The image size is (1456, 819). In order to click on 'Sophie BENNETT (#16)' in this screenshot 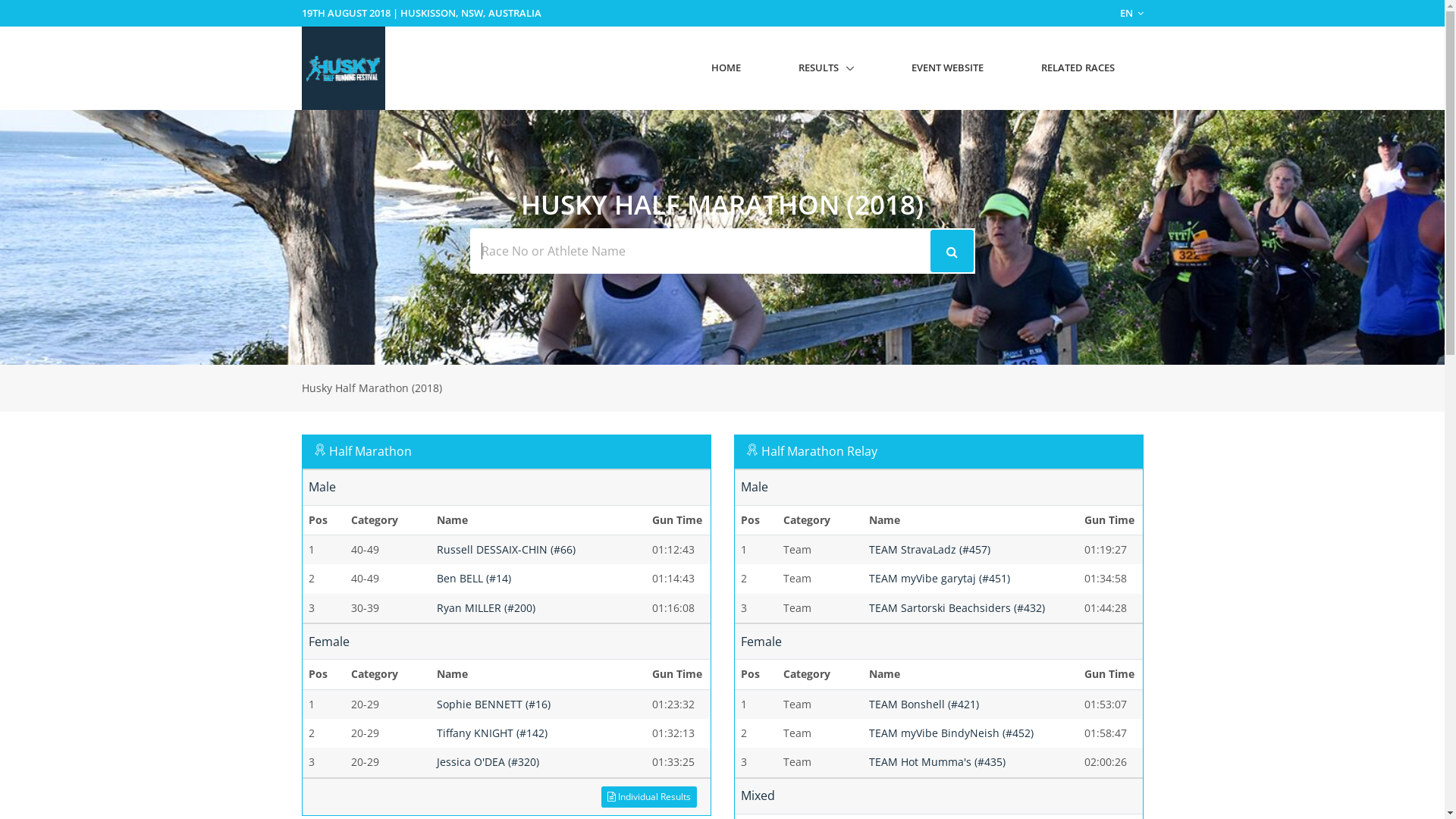, I will do `click(494, 704)`.